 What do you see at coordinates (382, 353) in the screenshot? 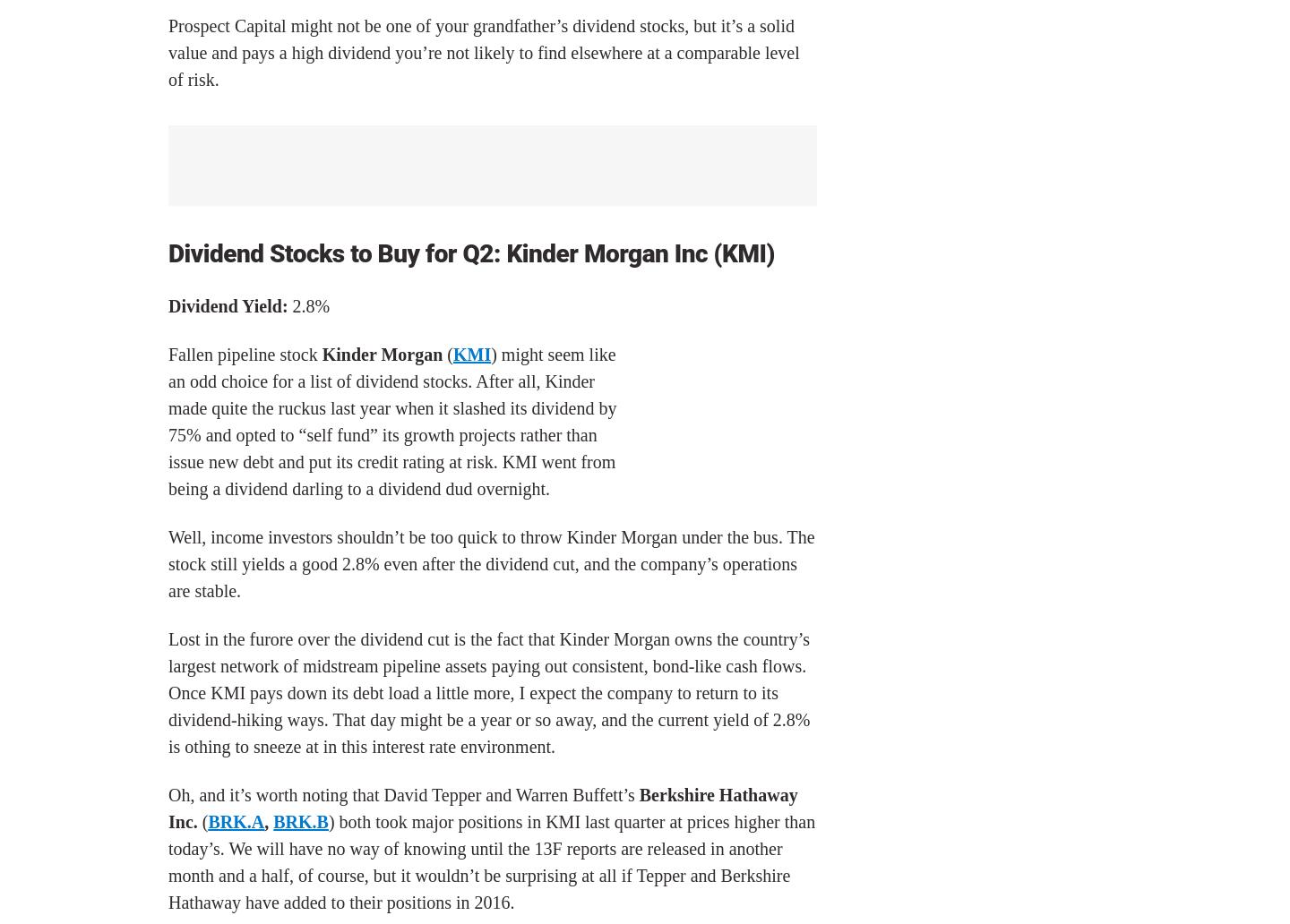
I see `'Kinder Morgan'` at bounding box center [382, 353].